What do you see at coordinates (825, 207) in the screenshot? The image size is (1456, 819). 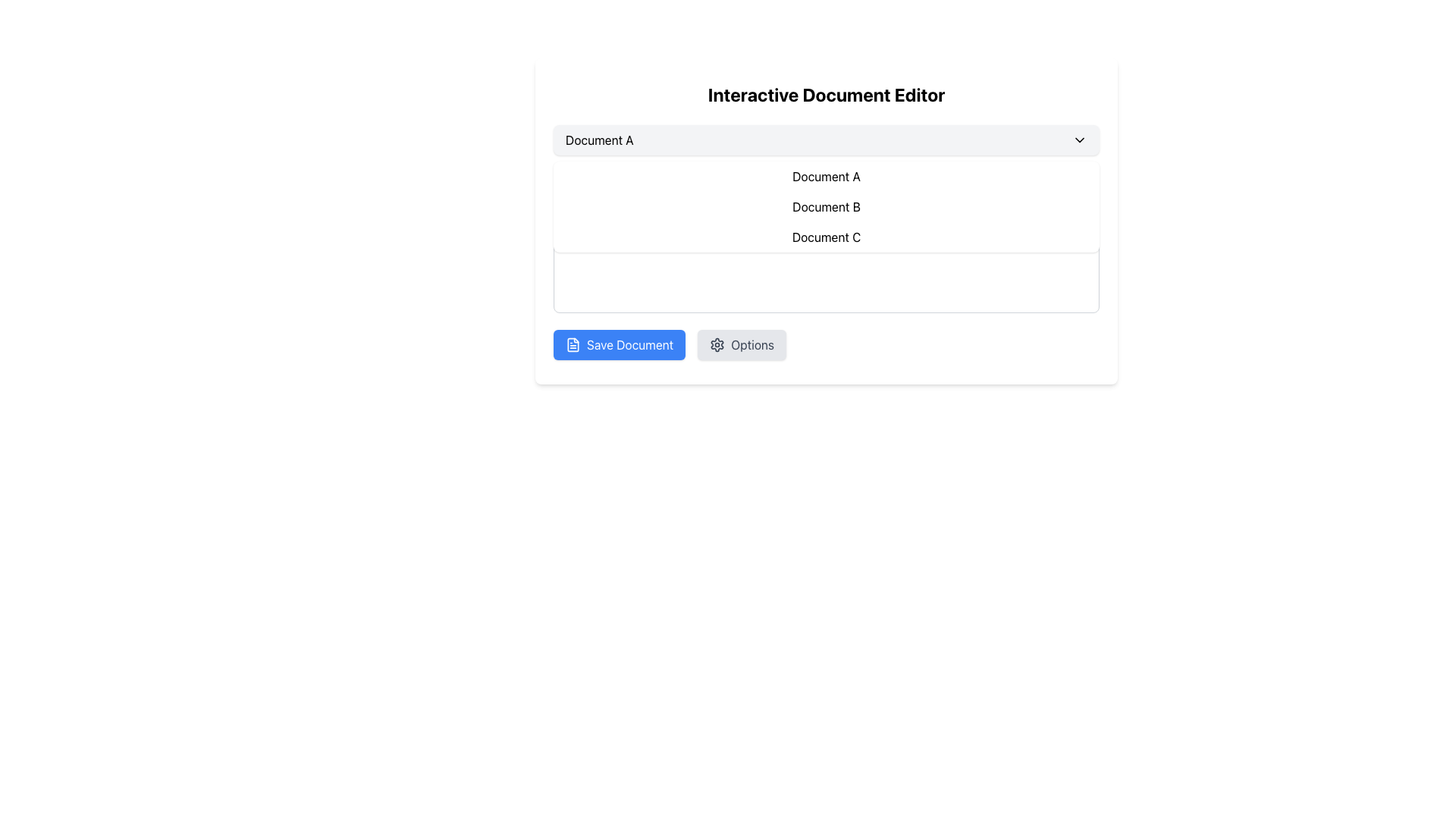 I see `the text item labeled 'Document B'` at bounding box center [825, 207].